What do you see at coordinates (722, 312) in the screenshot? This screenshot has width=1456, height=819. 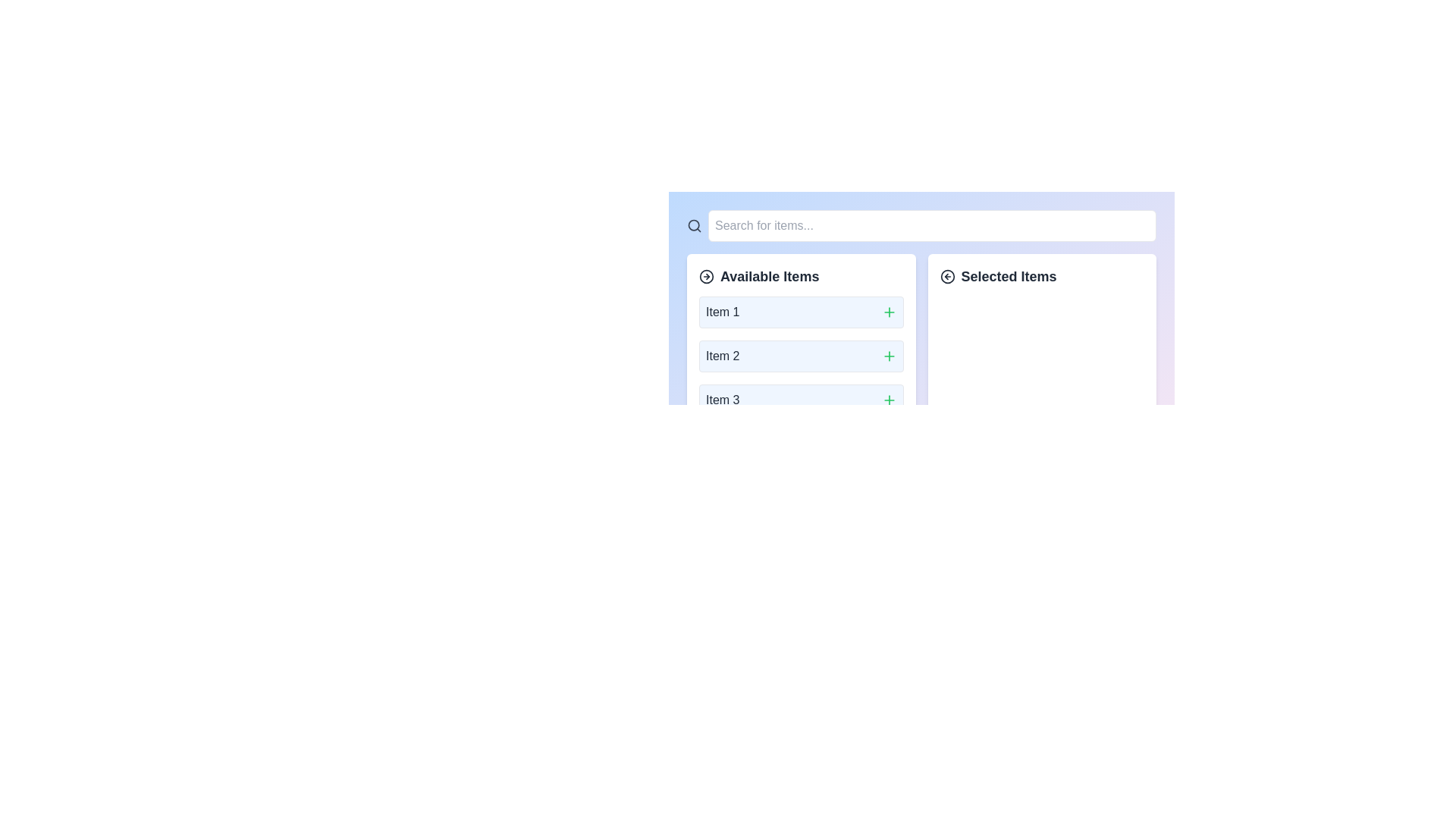 I see `label 'Item 1' located at the top of the left column titled 'Available Items' to gather details about the item` at bounding box center [722, 312].